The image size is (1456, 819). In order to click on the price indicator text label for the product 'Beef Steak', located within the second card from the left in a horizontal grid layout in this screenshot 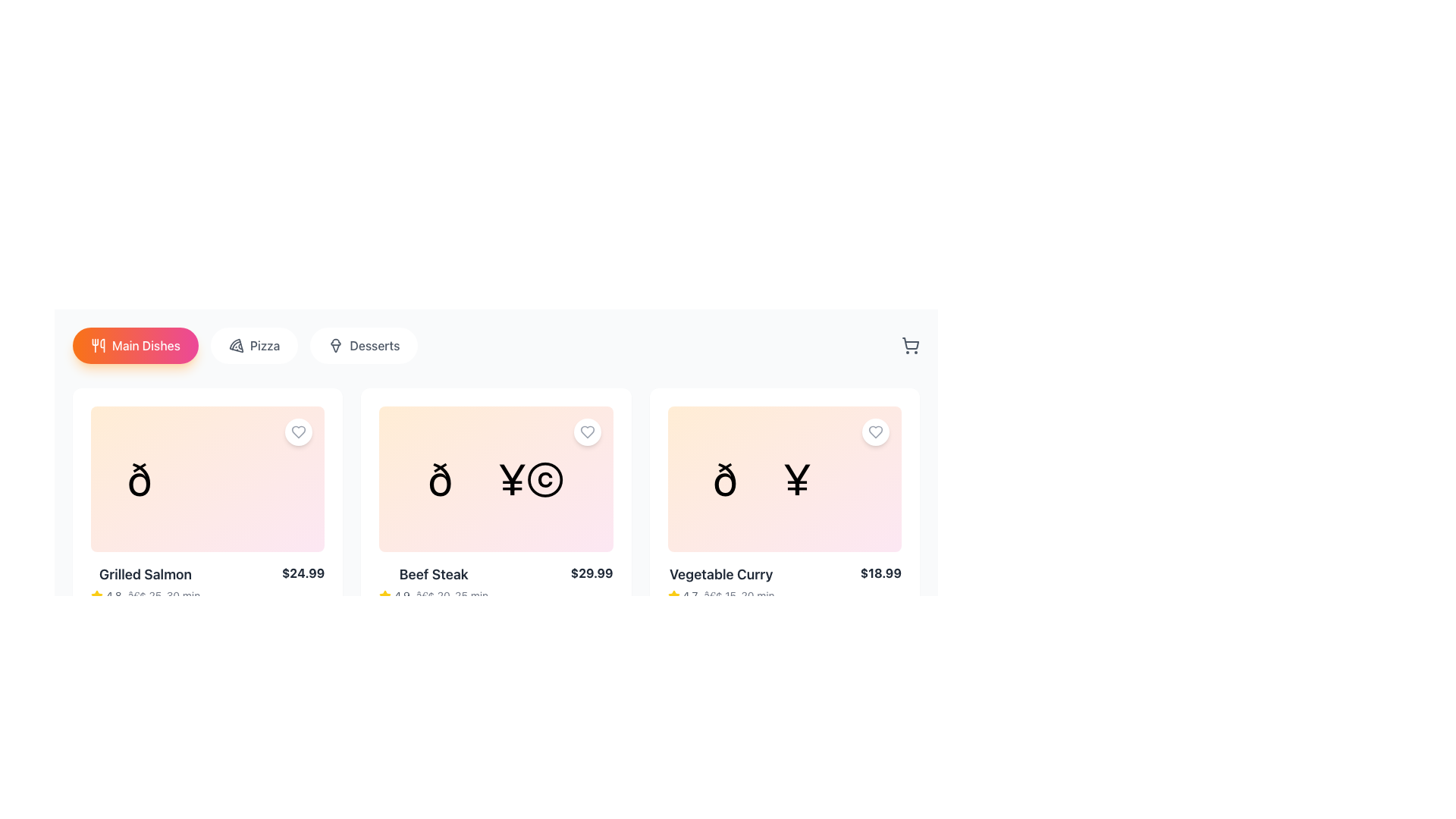, I will do `click(591, 573)`.